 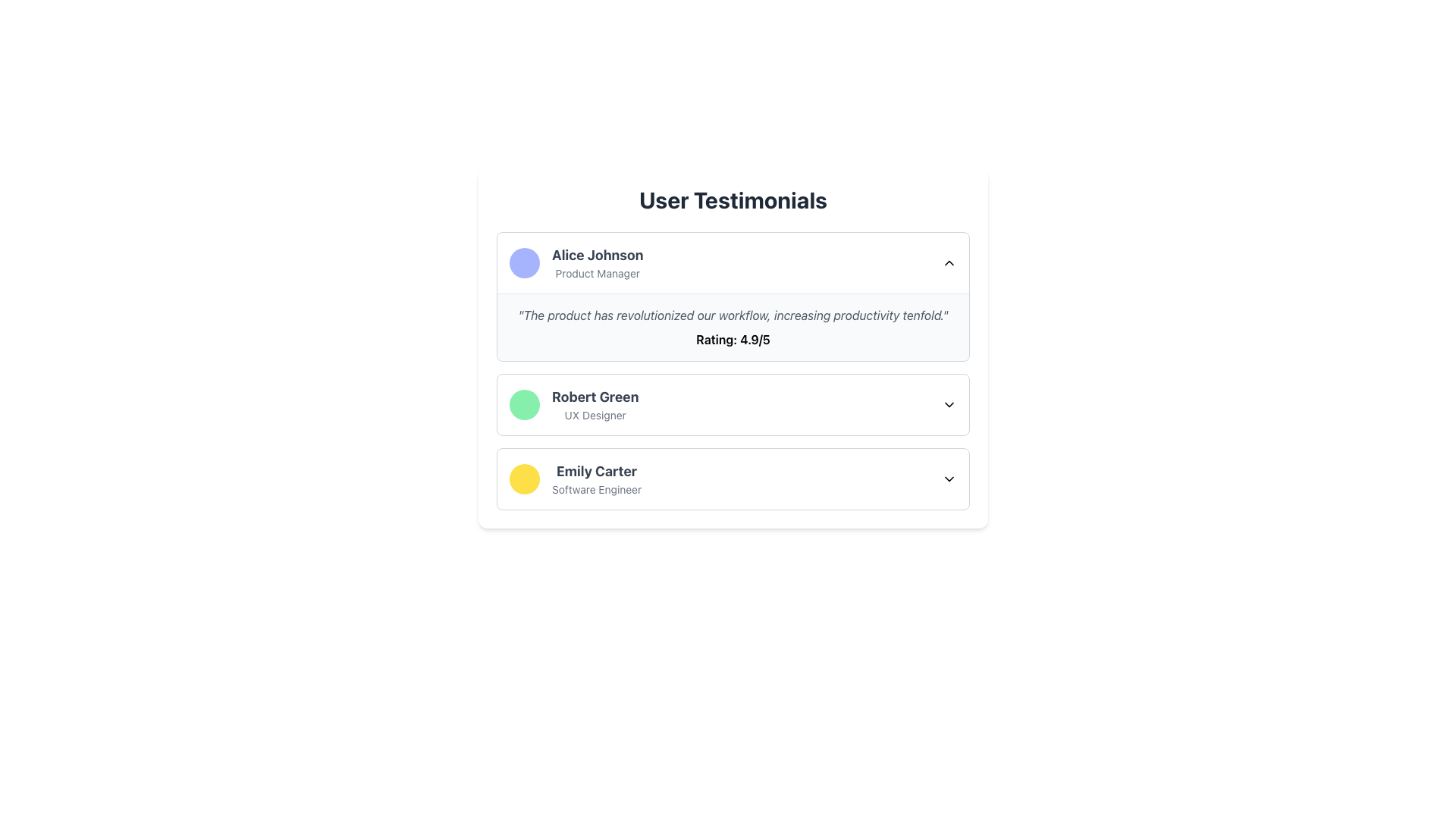 I want to click on the downward-facing chevron SVG icon located in the top-right corner of the card labeled 'Emily Carter Software Engineer', so click(x=949, y=479).